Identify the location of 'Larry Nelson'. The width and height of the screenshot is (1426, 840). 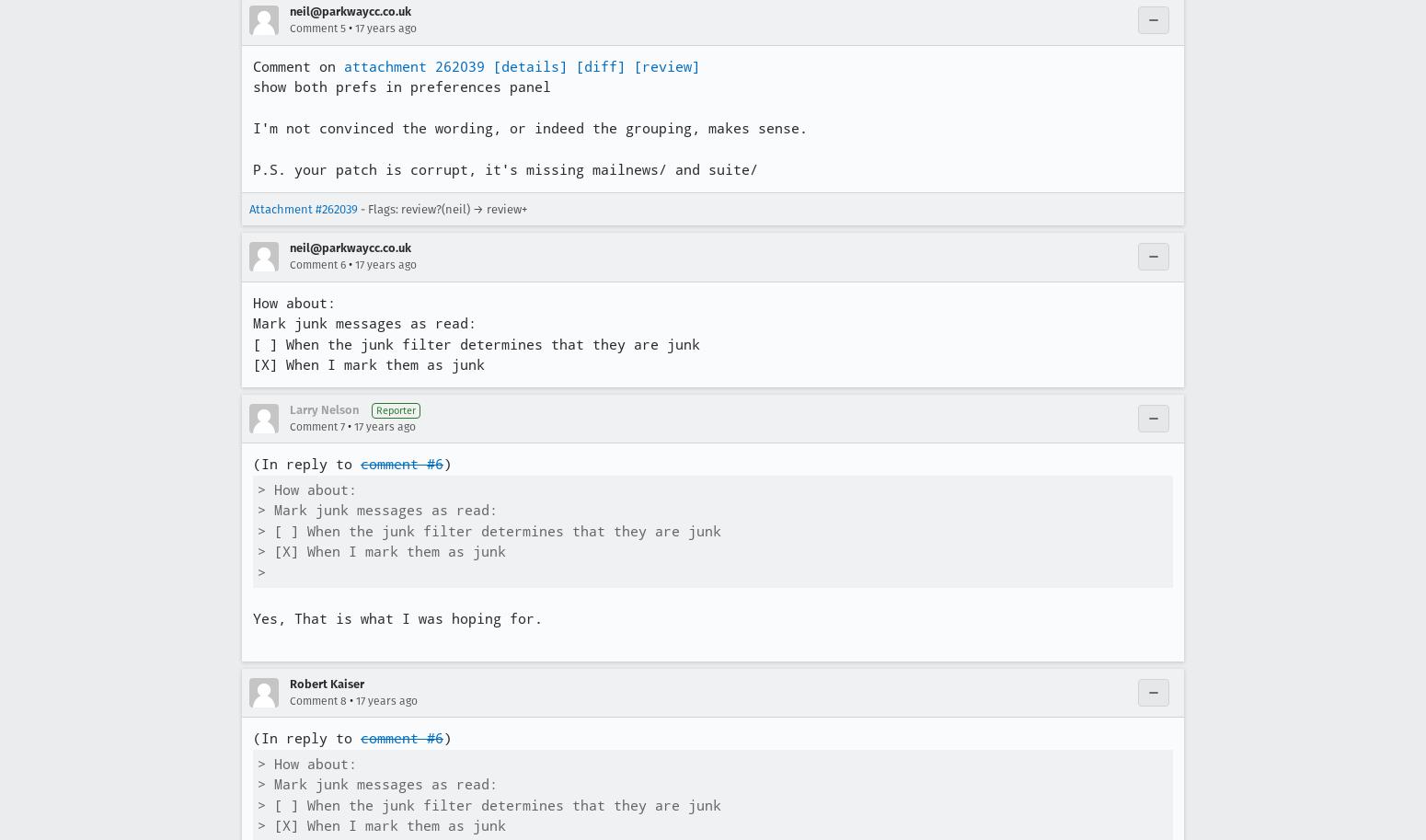
(323, 408).